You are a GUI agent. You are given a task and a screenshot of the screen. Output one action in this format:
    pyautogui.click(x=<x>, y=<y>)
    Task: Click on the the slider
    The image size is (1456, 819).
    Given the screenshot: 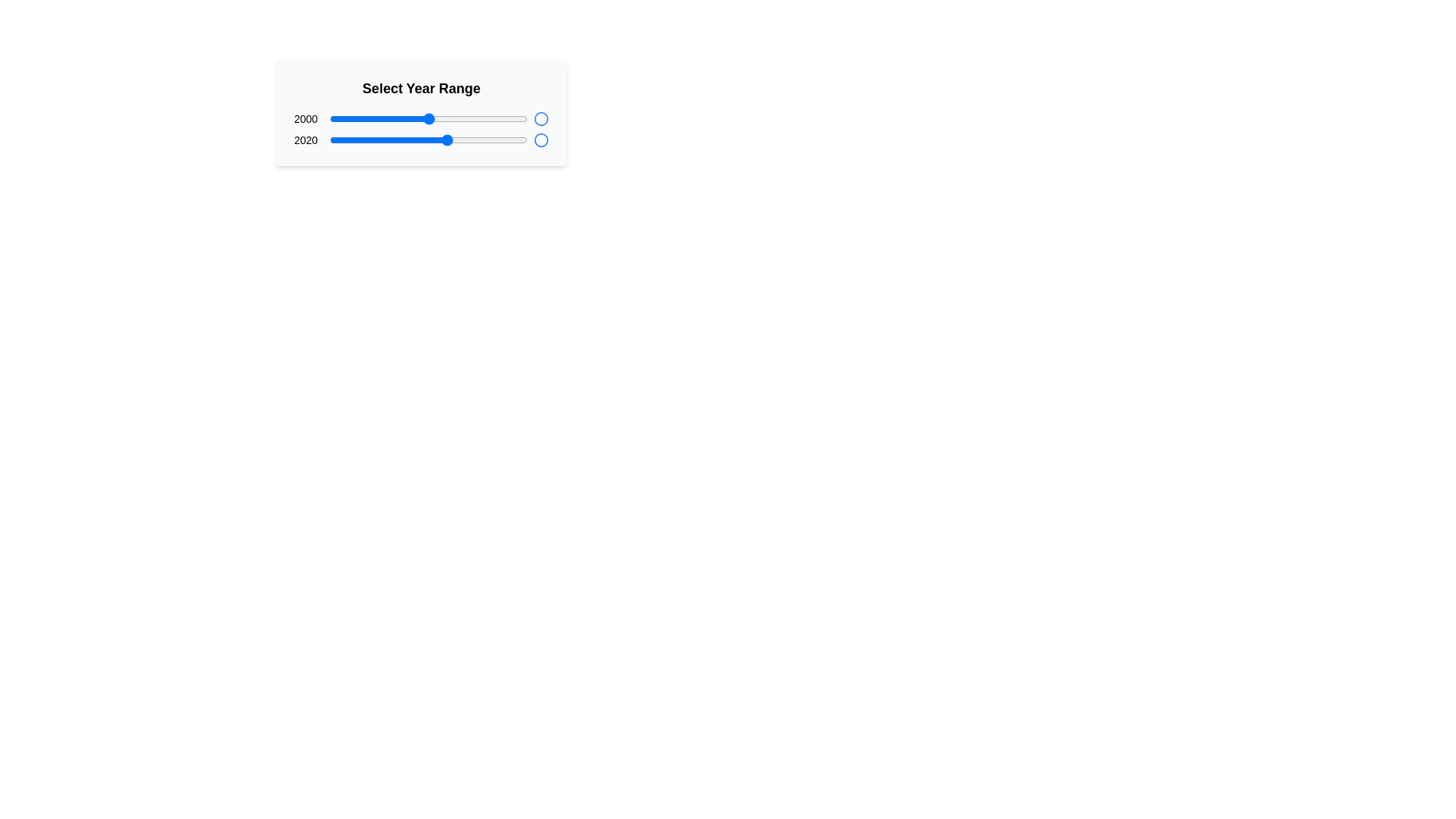 What is the action you would take?
    pyautogui.click(x=513, y=118)
    